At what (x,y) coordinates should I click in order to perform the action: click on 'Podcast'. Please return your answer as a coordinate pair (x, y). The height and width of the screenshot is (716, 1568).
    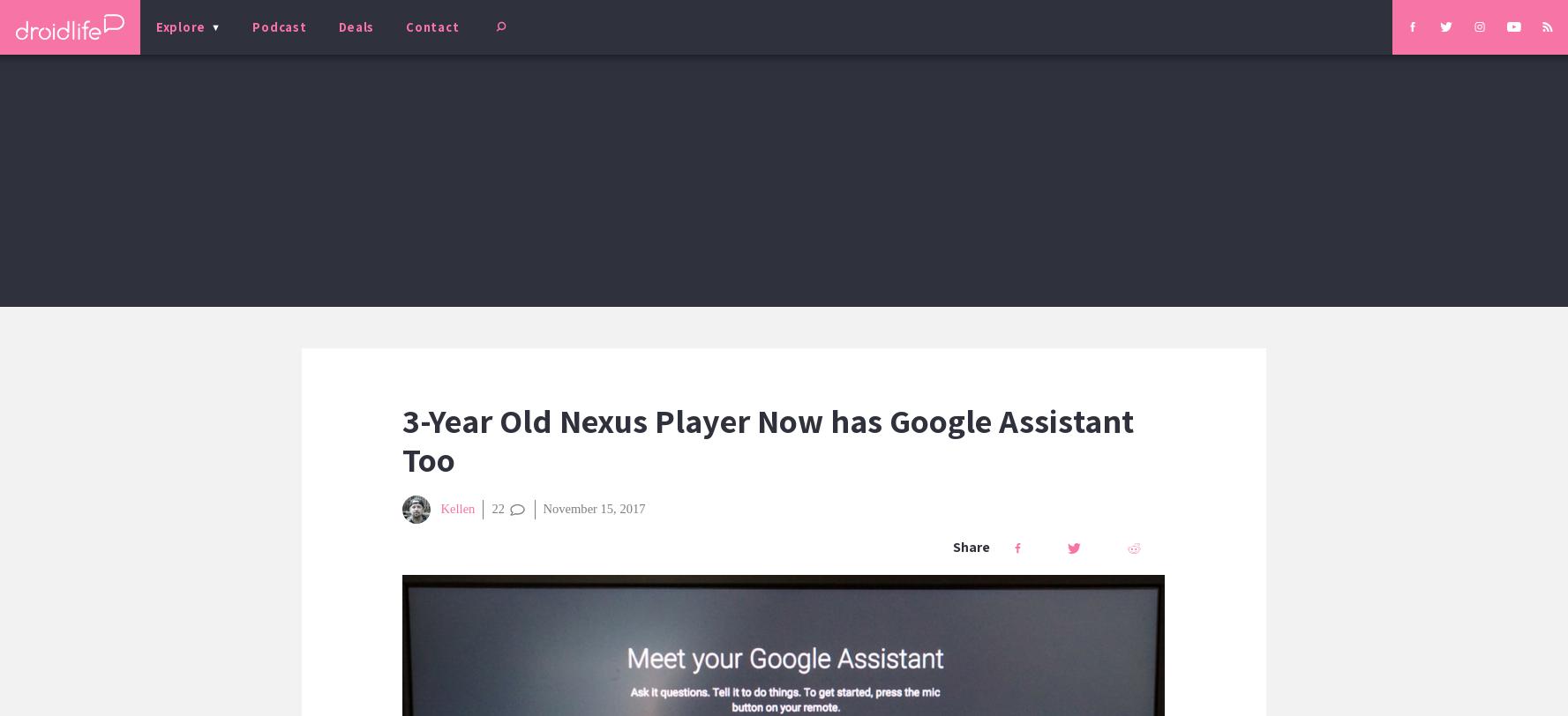
    Looking at the image, I should click on (278, 26).